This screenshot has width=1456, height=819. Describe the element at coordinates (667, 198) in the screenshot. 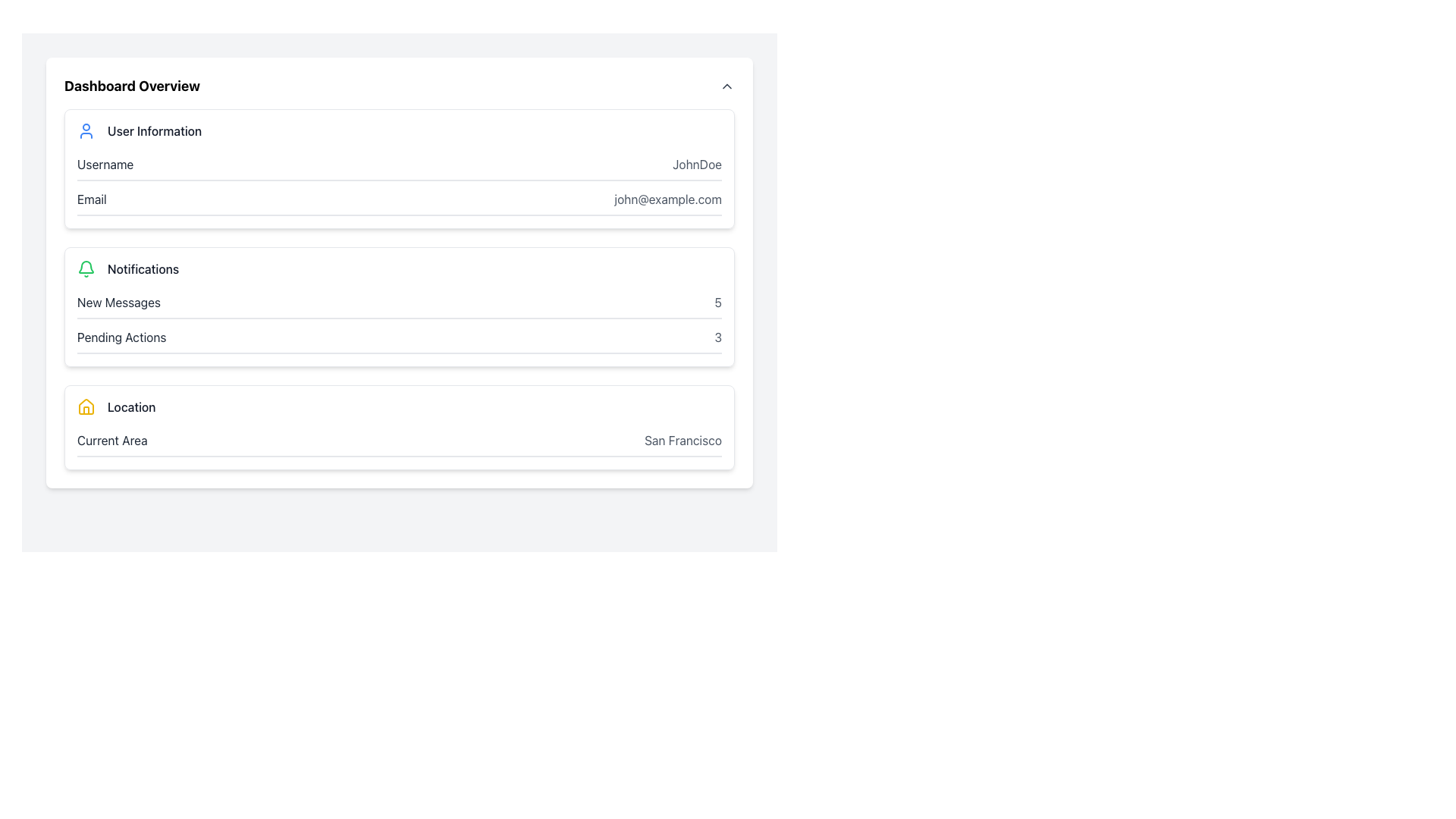

I see `the text label displaying 'john@example.com' that is located under the 'Email' section in the 'User Information' area` at that location.